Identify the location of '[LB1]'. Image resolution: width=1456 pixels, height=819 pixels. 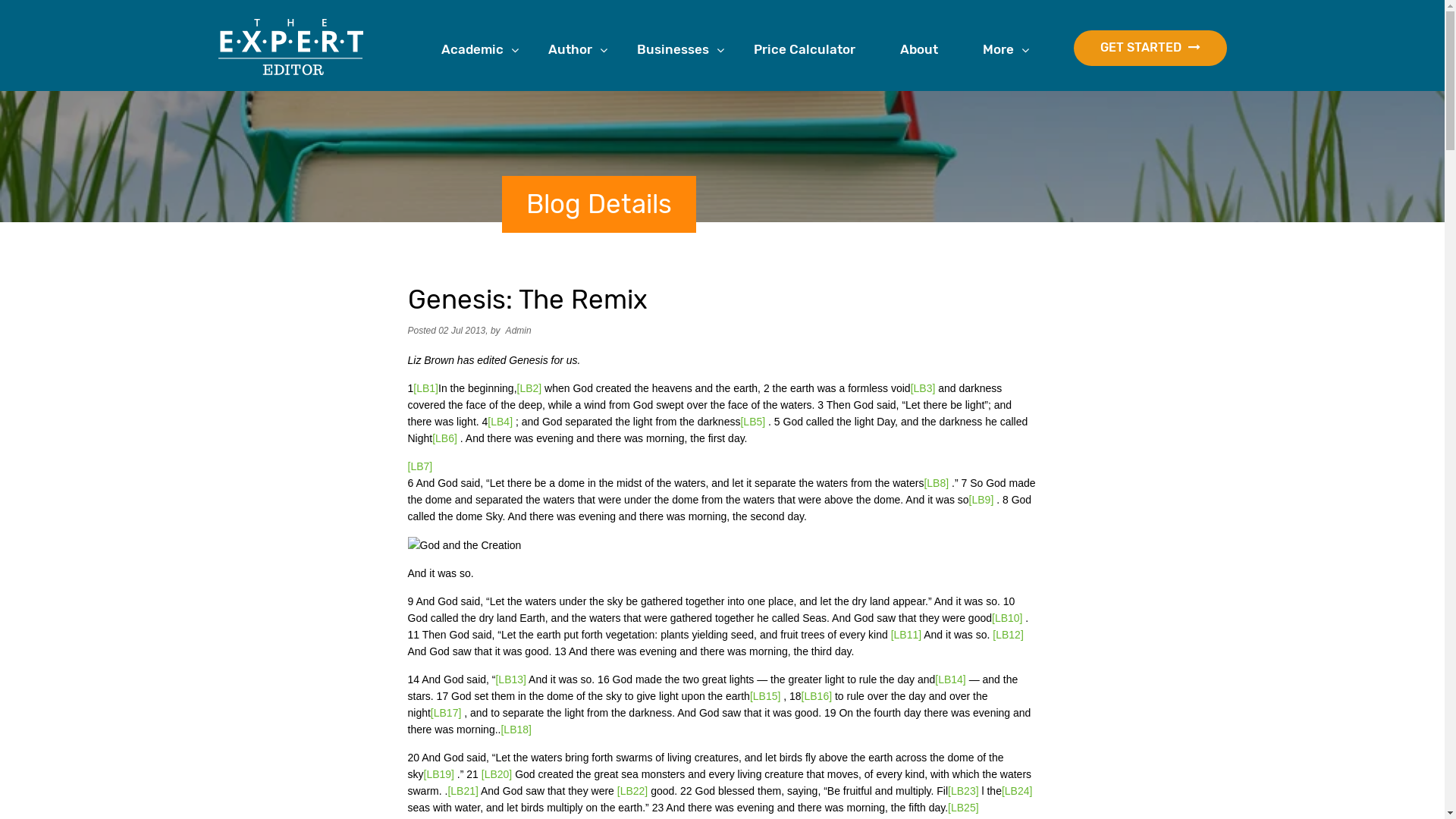
(425, 388).